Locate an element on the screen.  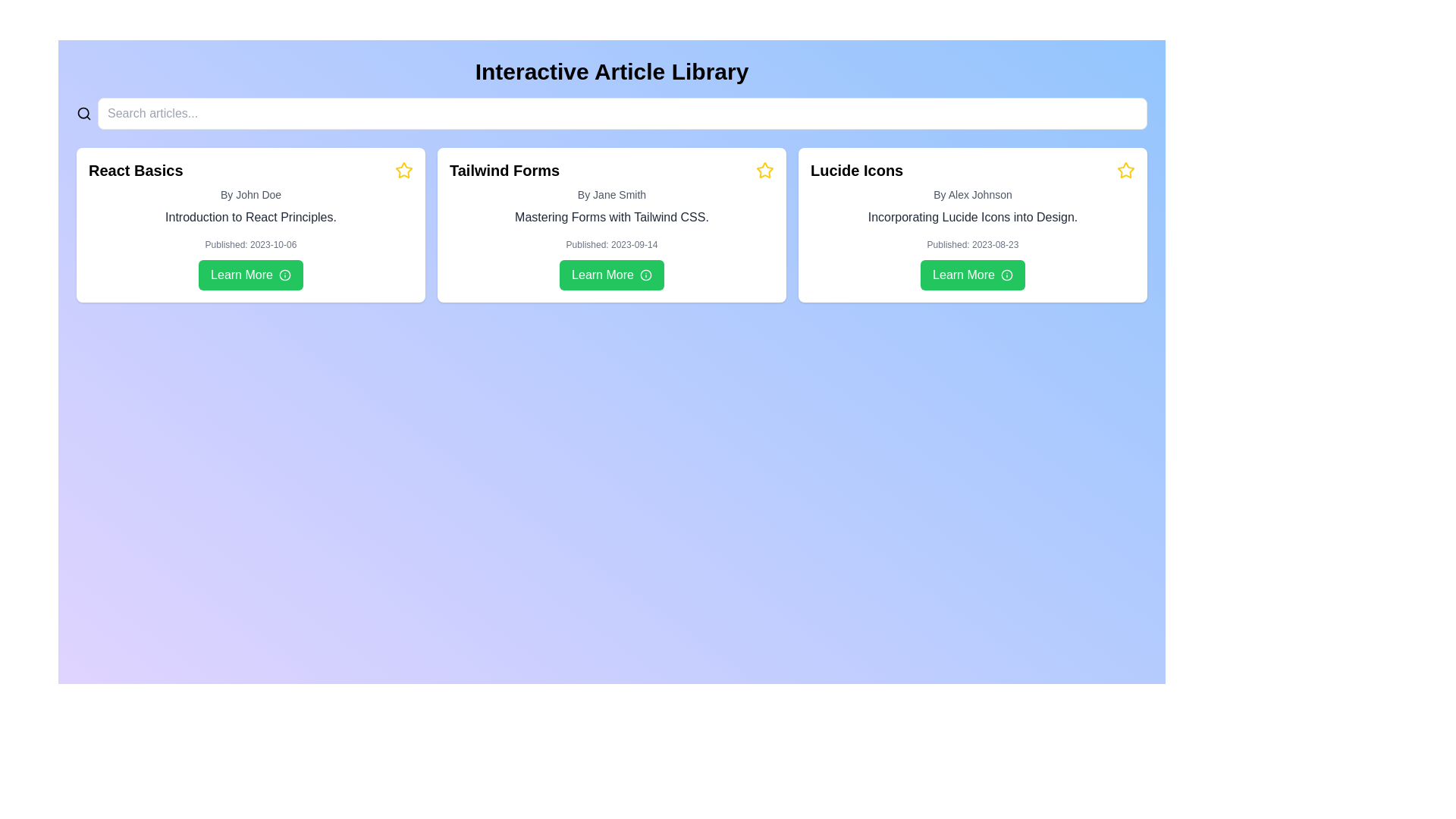
text from the Text Label element displaying 'By Jane Smith', which is located below the title 'Tailwind Forms' in the second article card is located at coordinates (611, 194).